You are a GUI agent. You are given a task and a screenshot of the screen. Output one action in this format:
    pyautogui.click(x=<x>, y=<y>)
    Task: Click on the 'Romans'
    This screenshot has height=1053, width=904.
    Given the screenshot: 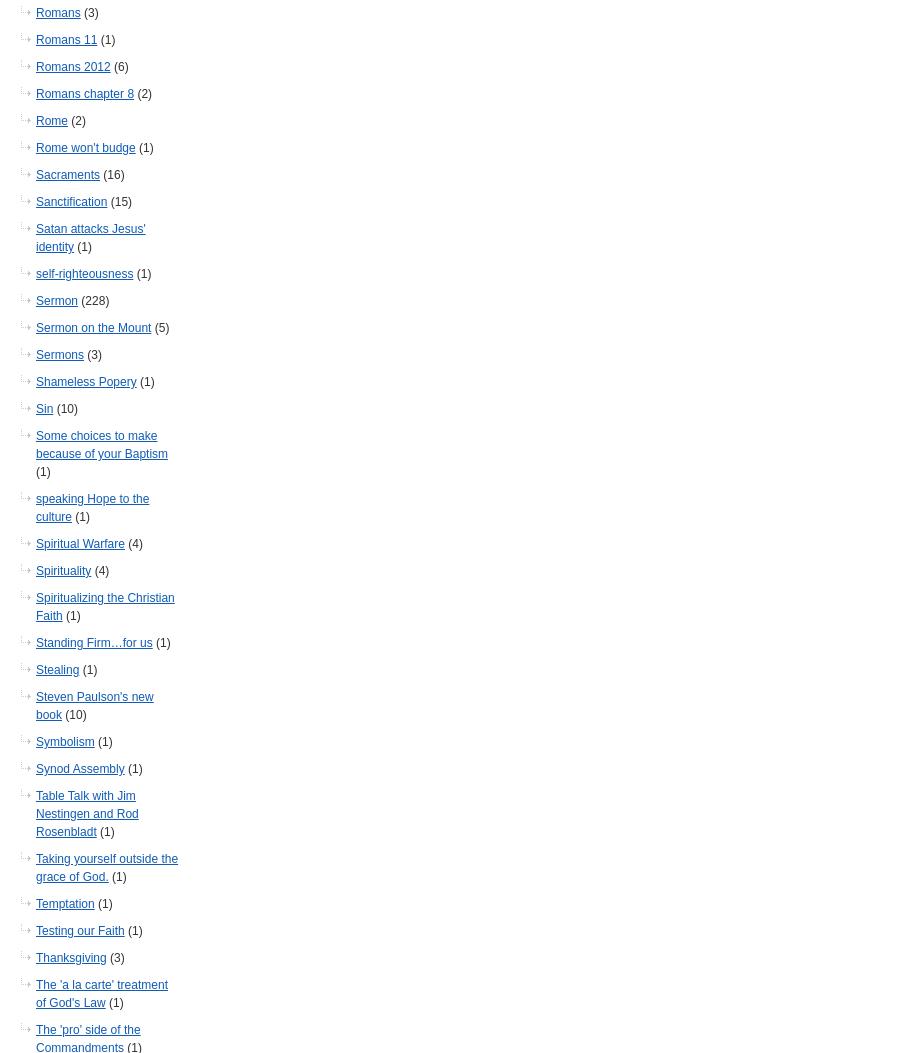 What is the action you would take?
    pyautogui.click(x=58, y=12)
    